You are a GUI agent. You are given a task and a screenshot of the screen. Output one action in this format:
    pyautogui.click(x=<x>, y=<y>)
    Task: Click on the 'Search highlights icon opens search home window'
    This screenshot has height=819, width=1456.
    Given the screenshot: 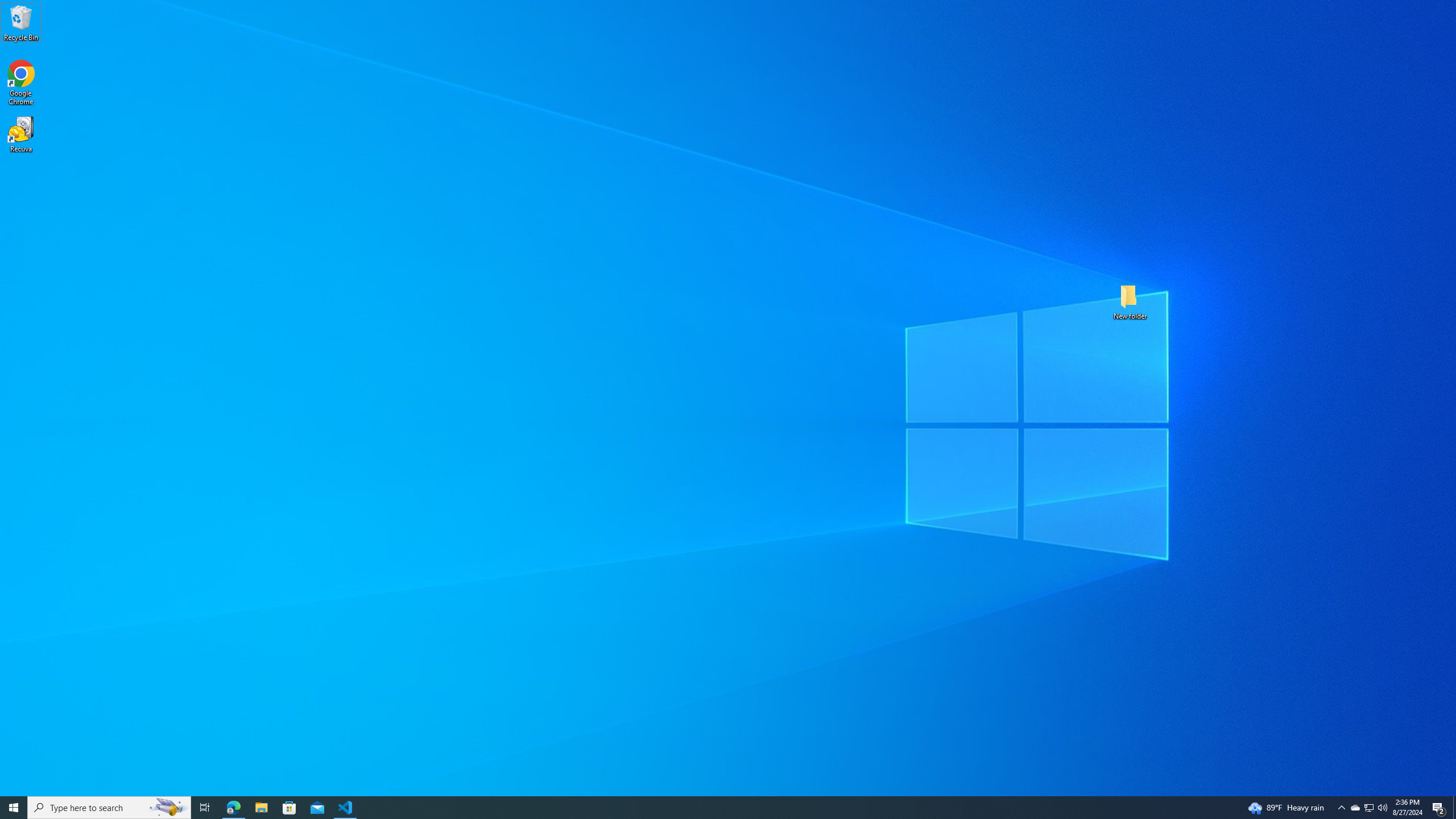 What is the action you would take?
    pyautogui.click(x=167, y=806)
    